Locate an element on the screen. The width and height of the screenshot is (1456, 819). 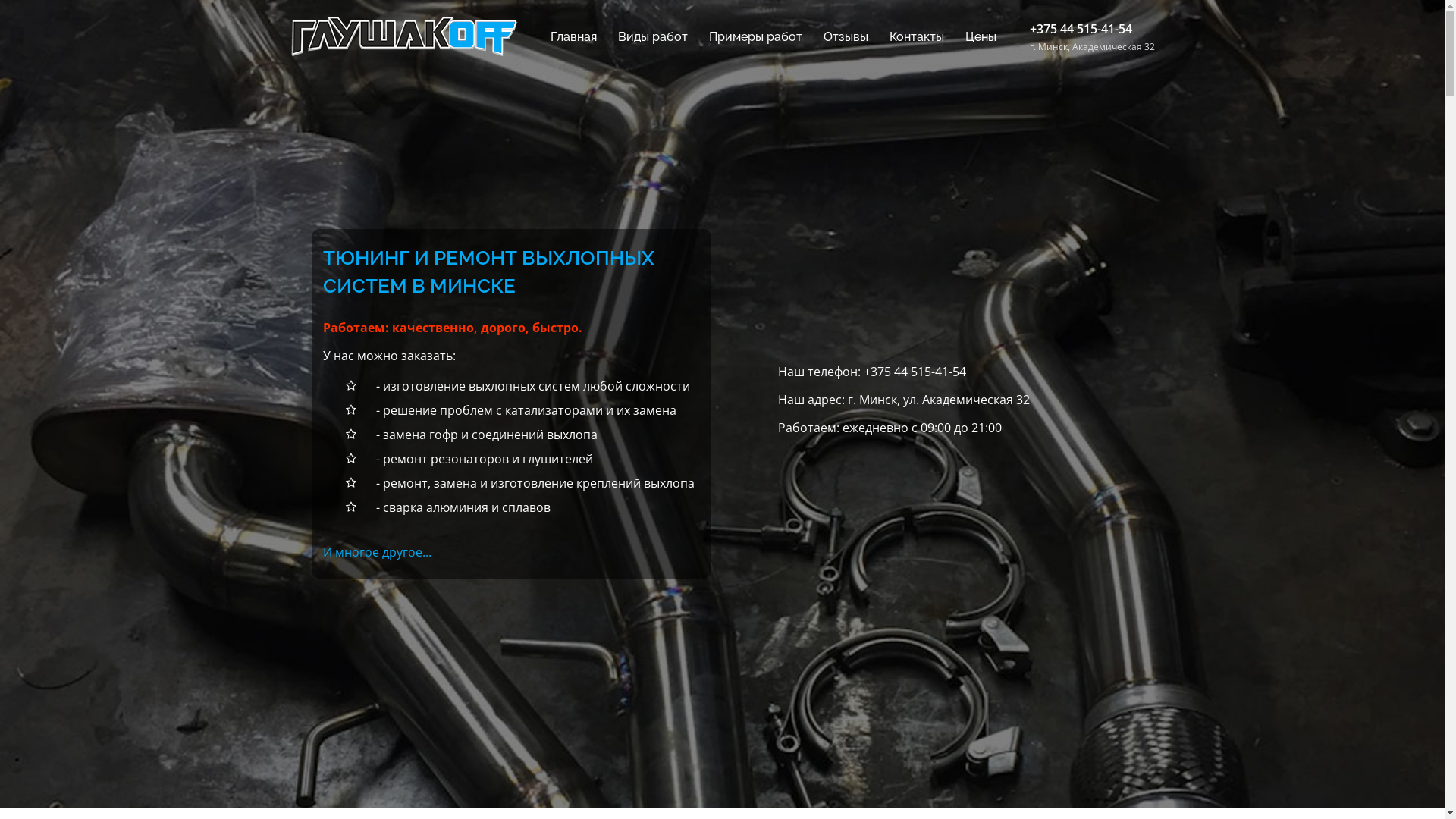
'Skip to content' is located at coordinates (0, 0).